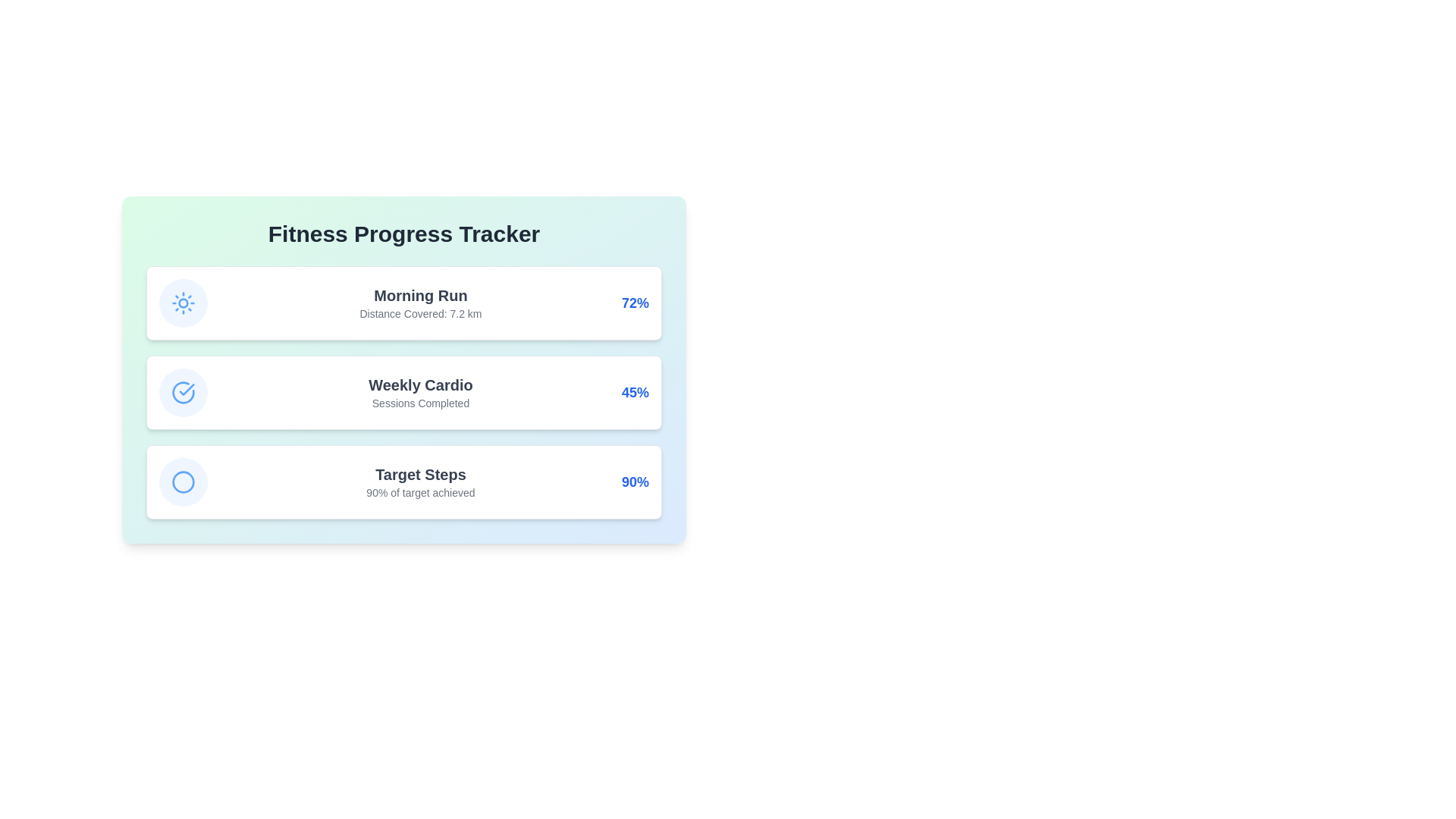 This screenshot has width=1456, height=819. I want to click on the circular blue check mark icon located in the 'Weekly Cardio' row for informational purposes, so click(182, 391).